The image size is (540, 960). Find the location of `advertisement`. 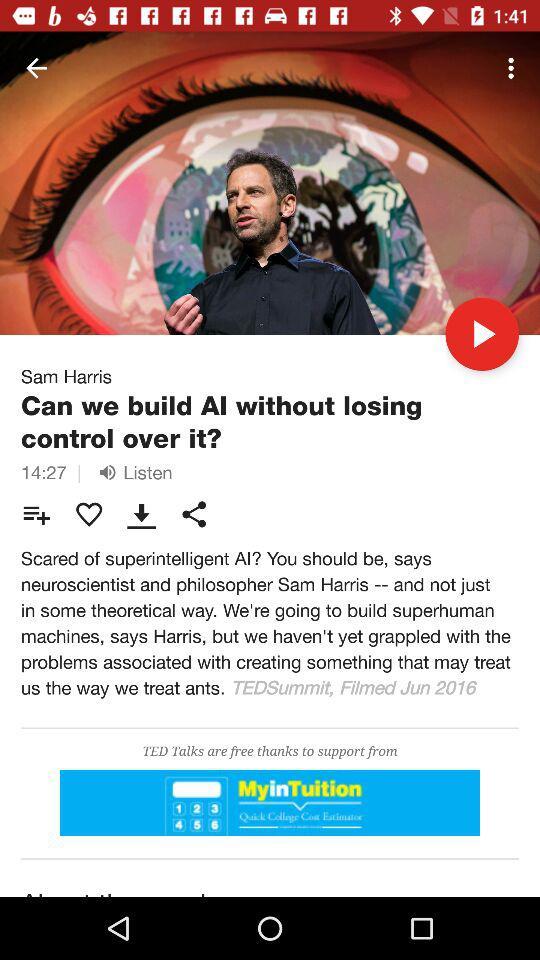

advertisement is located at coordinates (270, 803).